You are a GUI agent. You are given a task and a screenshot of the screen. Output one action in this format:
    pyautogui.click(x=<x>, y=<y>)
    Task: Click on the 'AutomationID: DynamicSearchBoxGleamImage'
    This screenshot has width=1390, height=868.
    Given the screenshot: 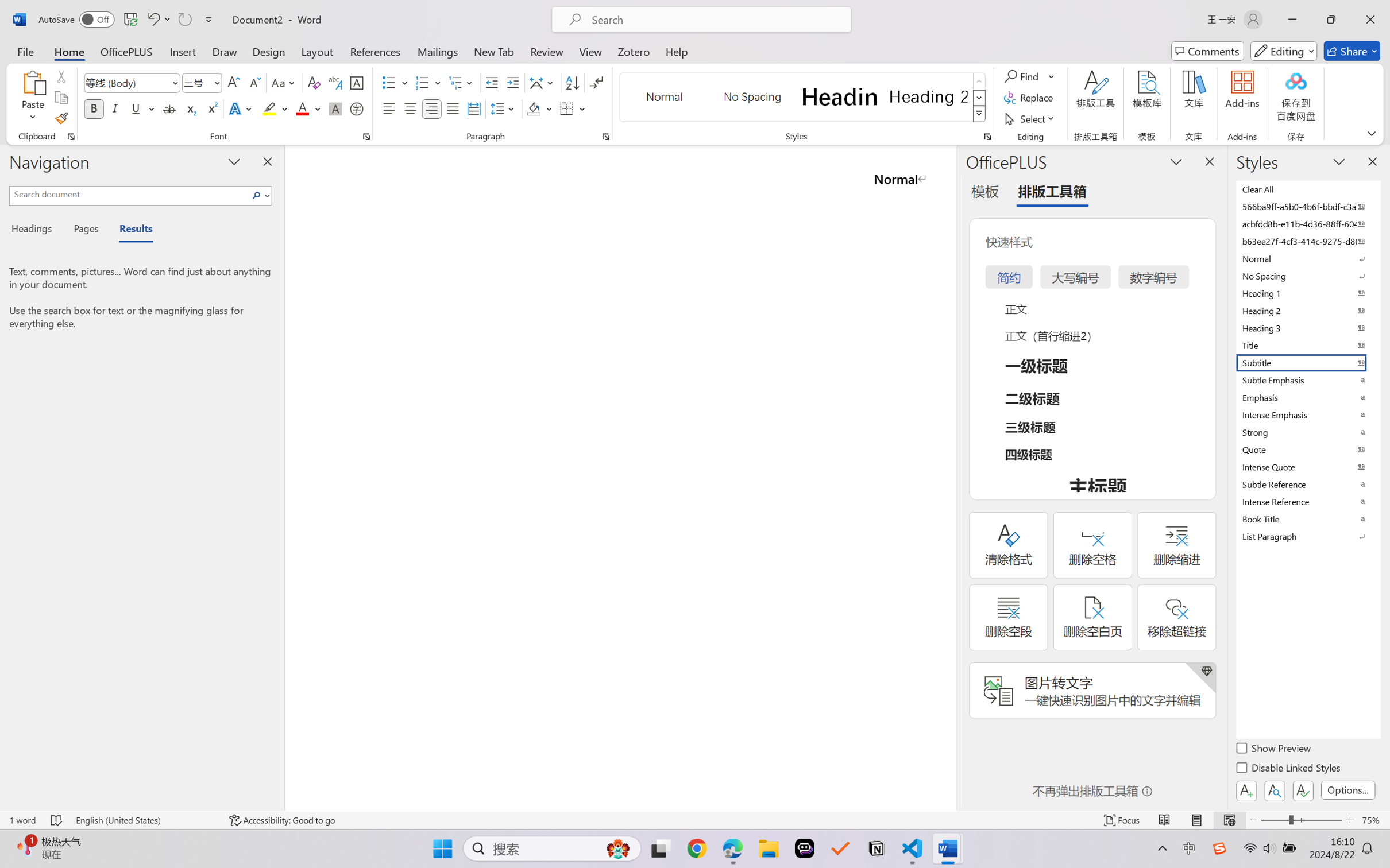 What is the action you would take?
    pyautogui.click(x=618, y=848)
    